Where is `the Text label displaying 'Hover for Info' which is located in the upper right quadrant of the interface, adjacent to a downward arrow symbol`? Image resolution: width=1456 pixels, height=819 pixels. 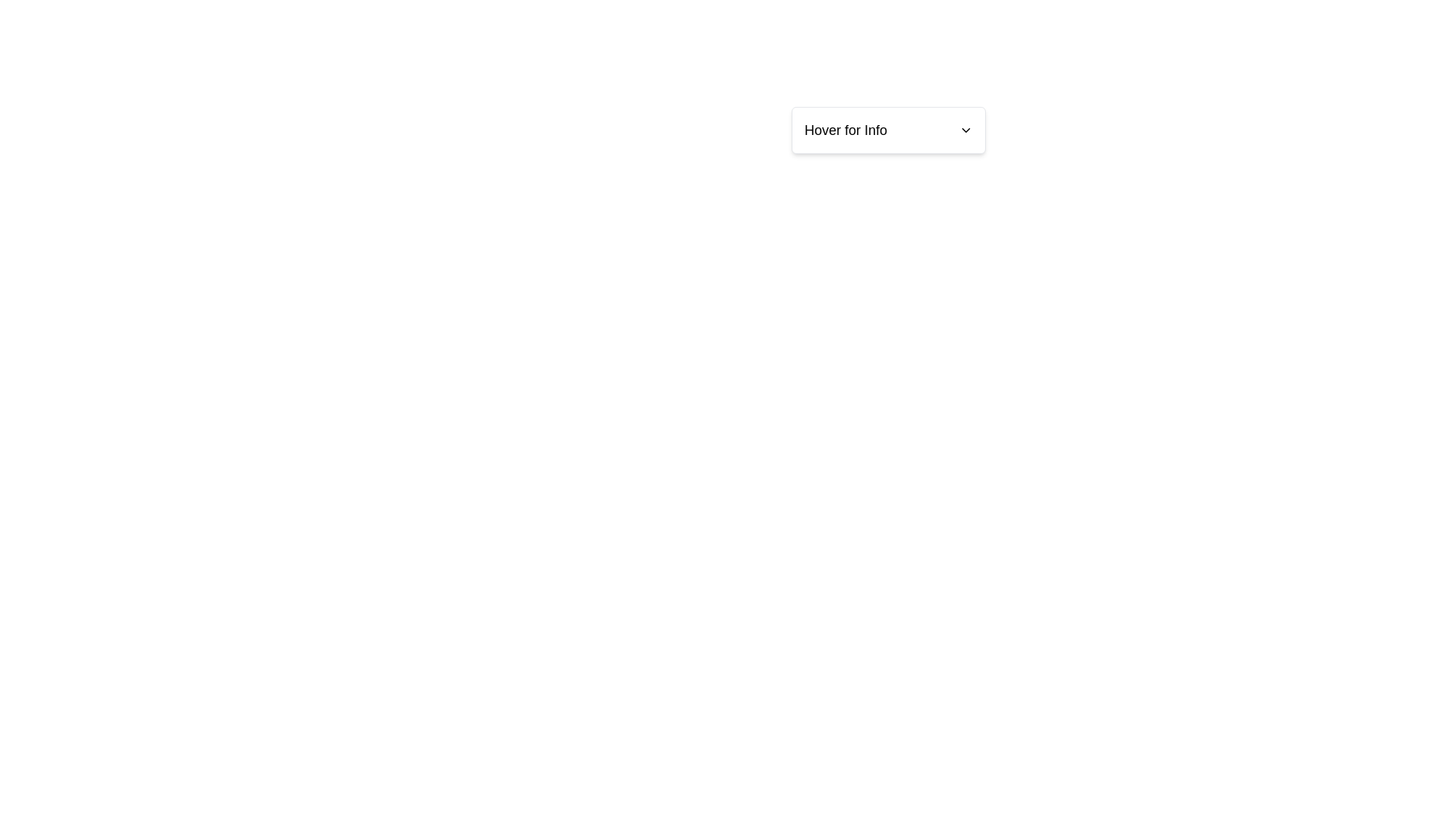 the Text label displaying 'Hover for Info' which is located in the upper right quadrant of the interface, adjacent to a downward arrow symbol is located at coordinates (845, 130).